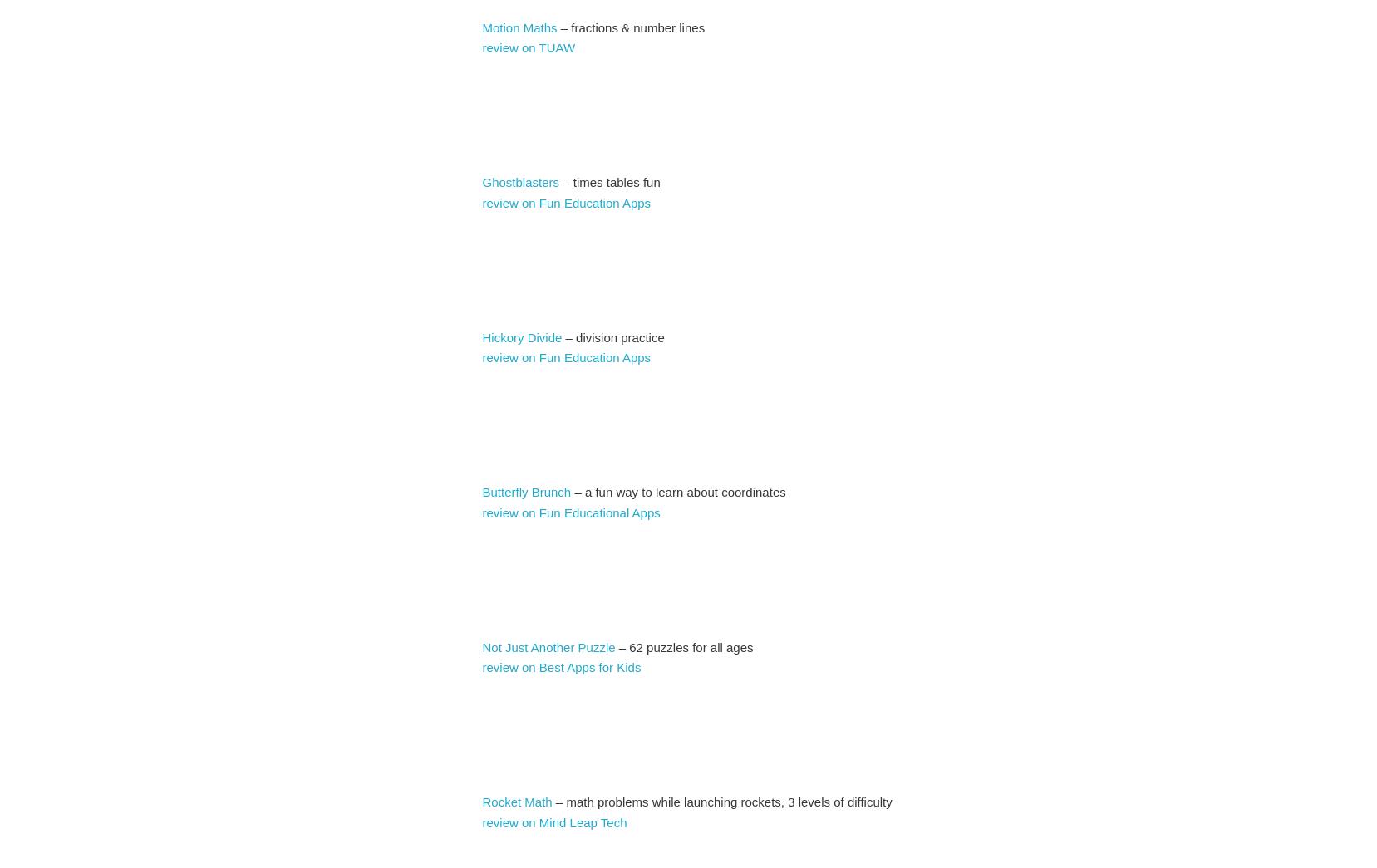  What do you see at coordinates (612, 336) in the screenshot?
I see `'– division practice'` at bounding box center [612, 336].